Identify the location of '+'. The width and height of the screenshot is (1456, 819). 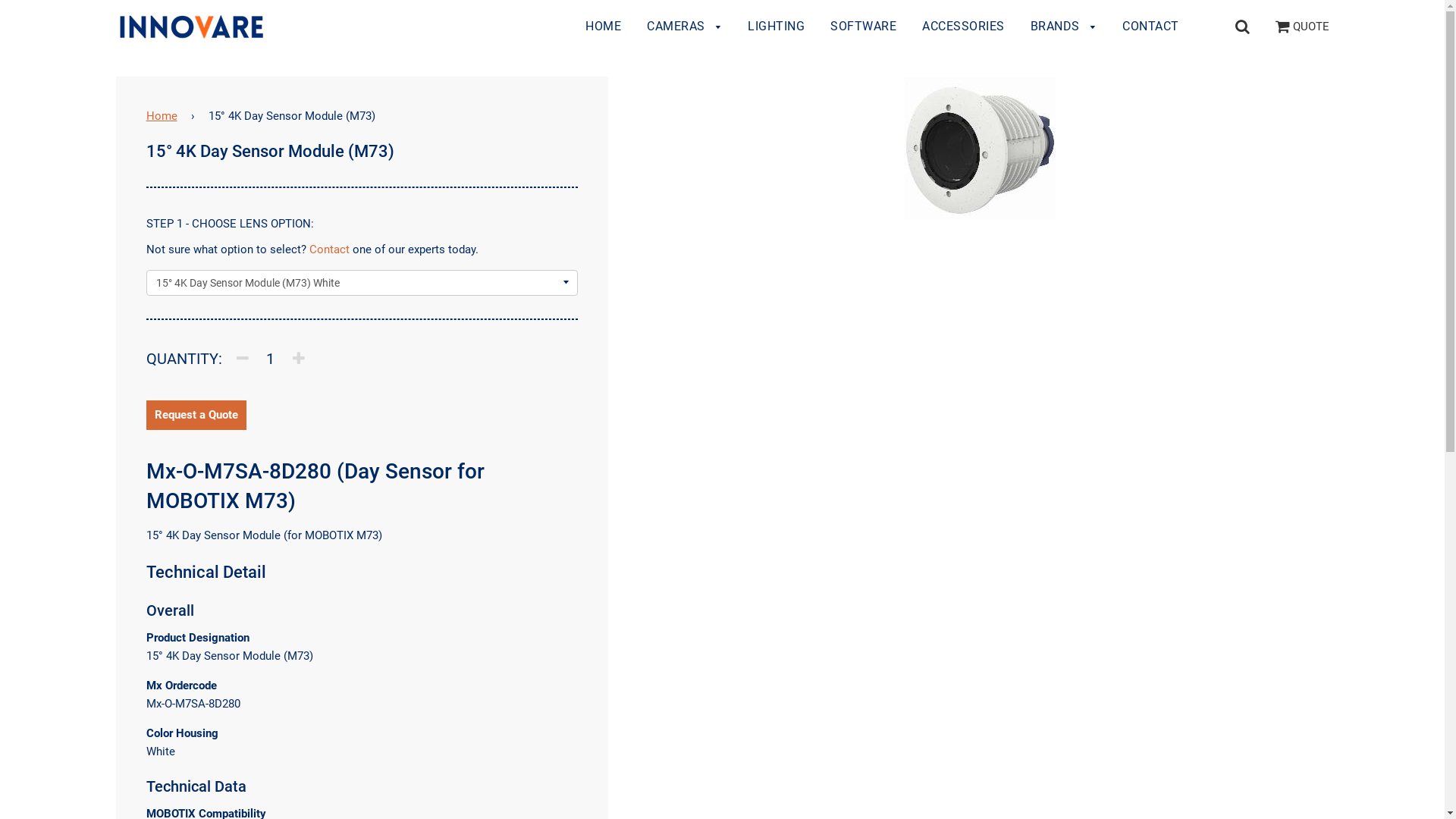
(298, 357).